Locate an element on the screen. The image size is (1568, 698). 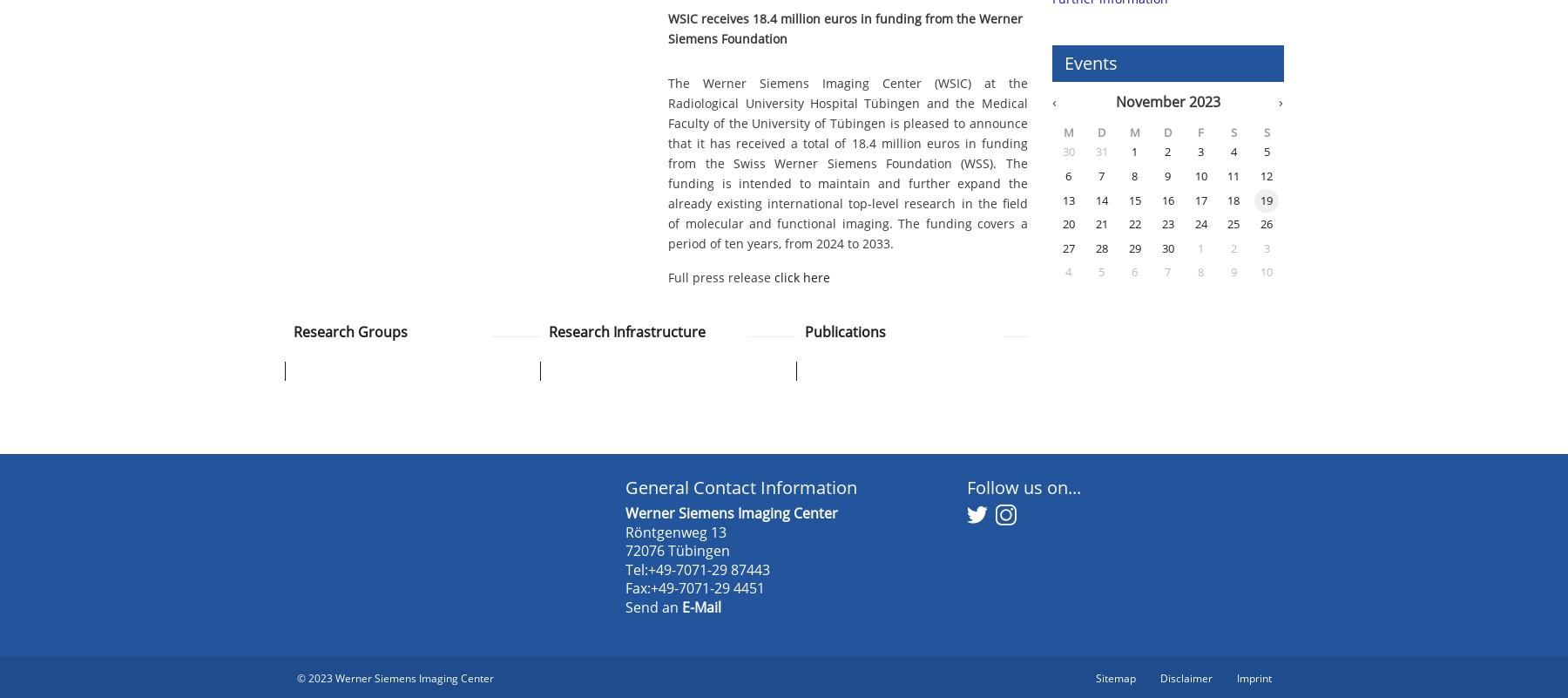
'Röntgenweg 13' is located at coordinates (625, 531).